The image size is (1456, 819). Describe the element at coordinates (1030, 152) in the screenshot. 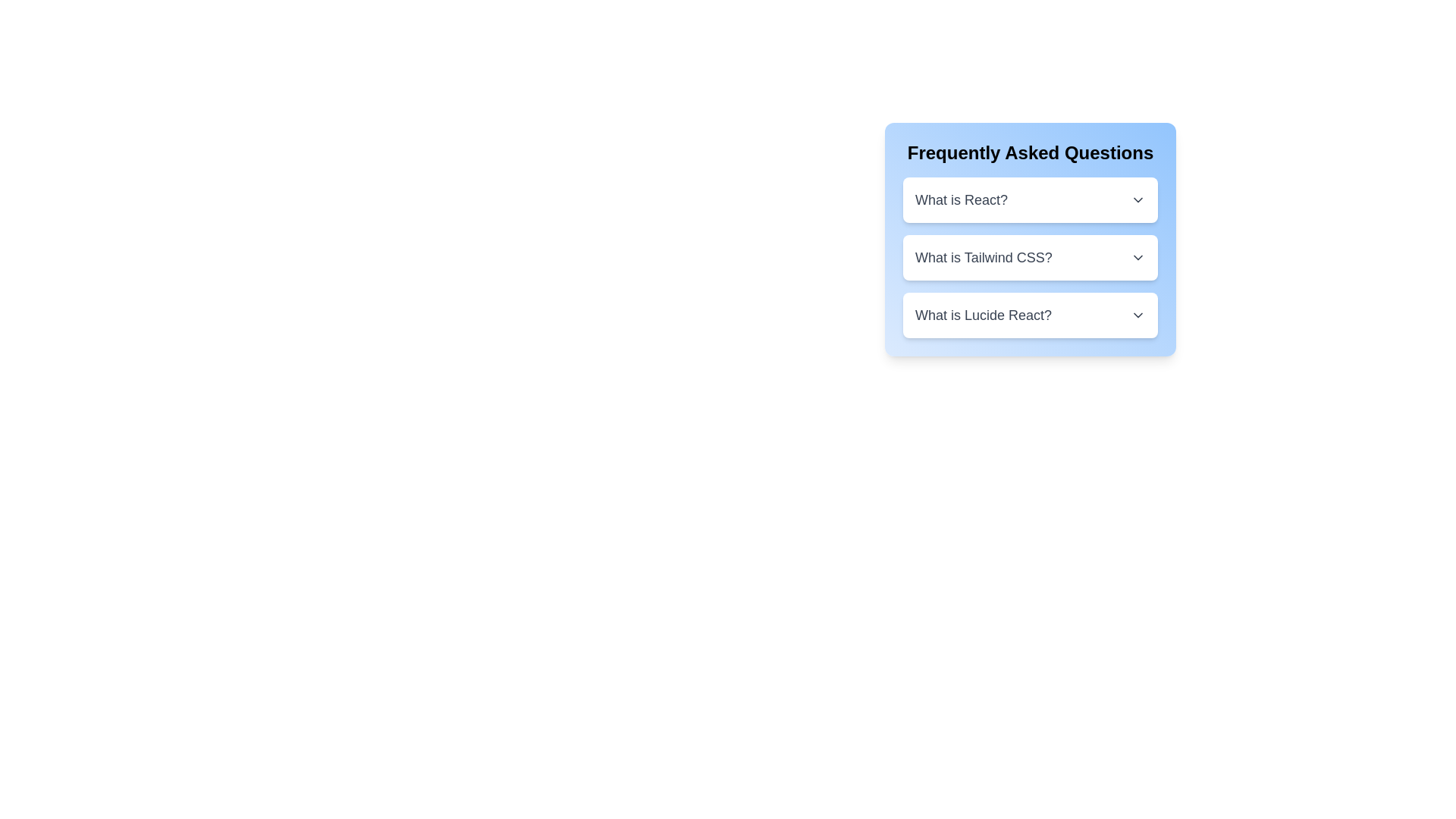

I see `the prominently styled heading displaying 'Frequently Asked Questions' by moving the cursor to its center position` at that location.